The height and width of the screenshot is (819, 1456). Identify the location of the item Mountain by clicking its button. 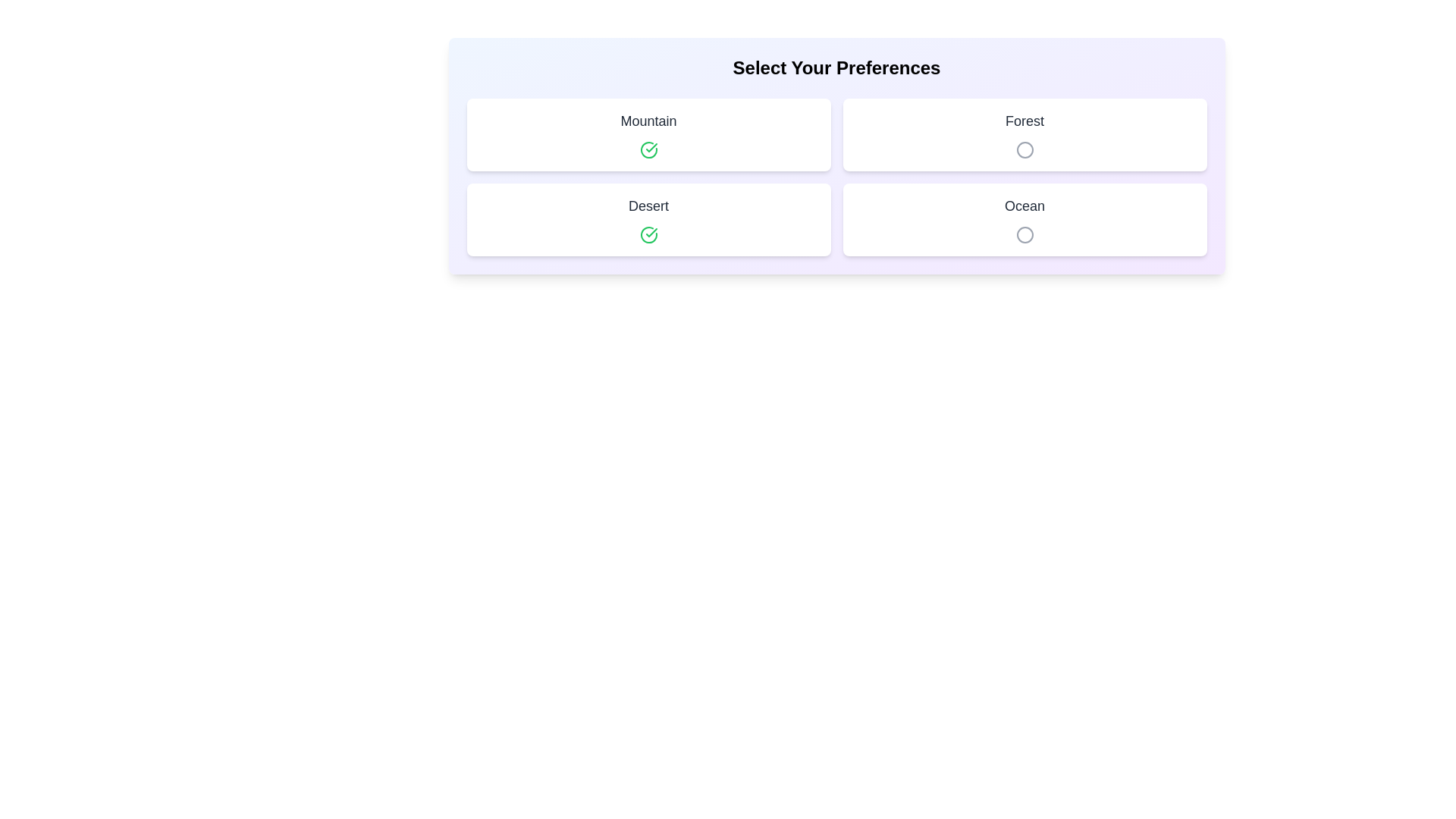
(648, 149).